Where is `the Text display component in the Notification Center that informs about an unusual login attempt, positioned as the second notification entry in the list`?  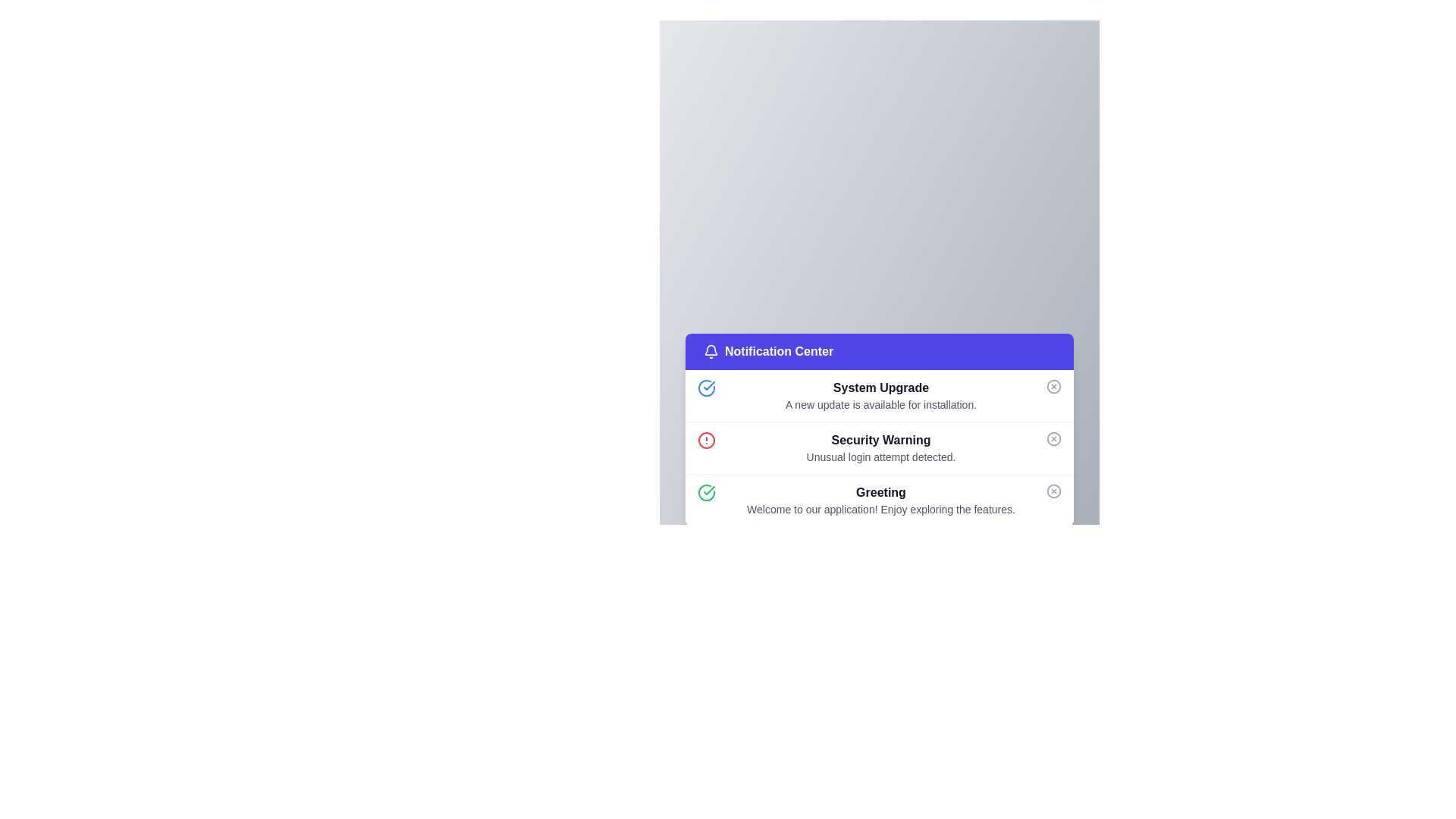 the Text display component in the Notification Center that informs about an unusual login attempt, positioned as the second notification entry in the list is located at coordinates (880, 447).